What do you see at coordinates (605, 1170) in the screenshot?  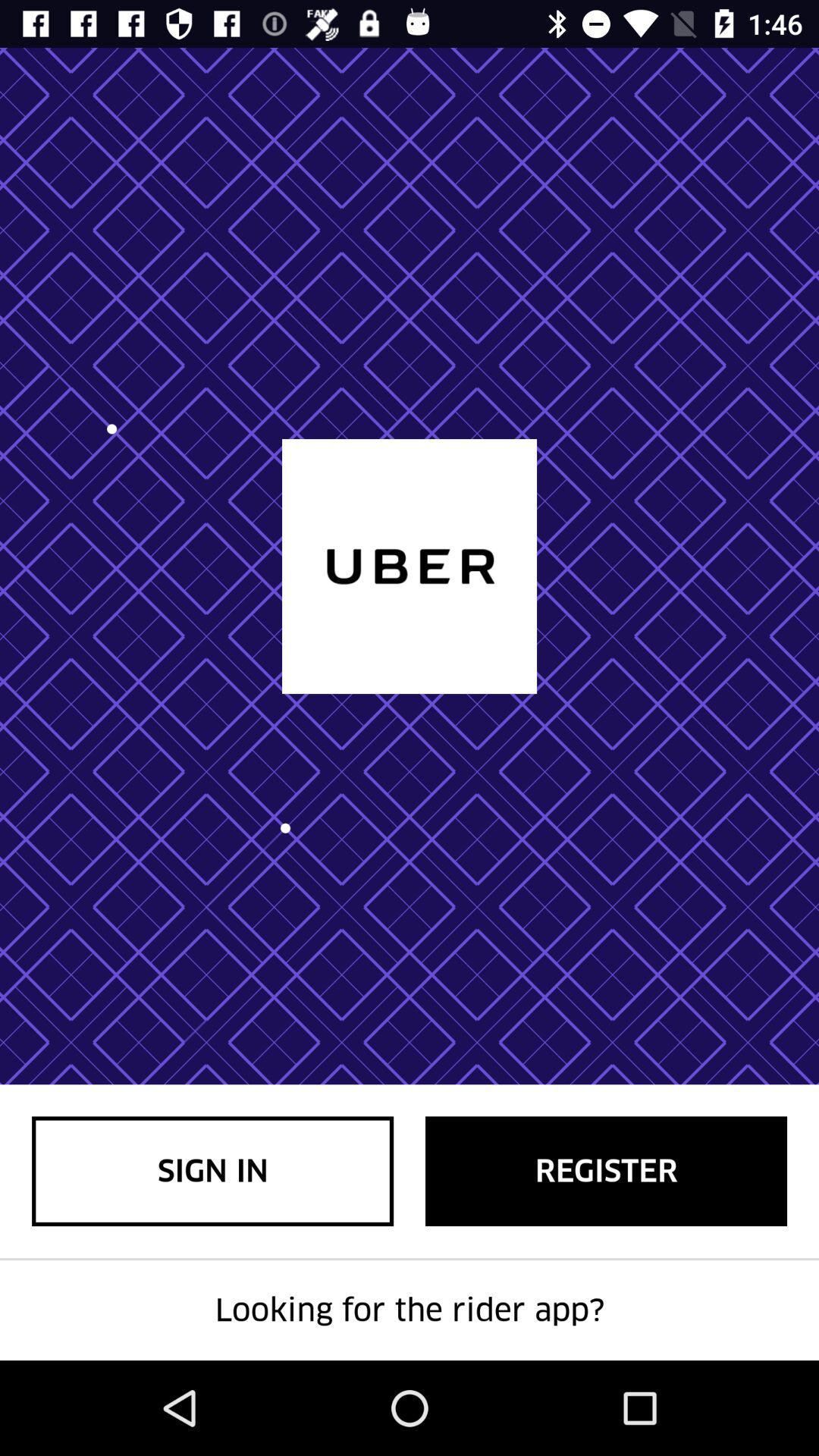 I see `the register item` at bounding box center [605, 1170].